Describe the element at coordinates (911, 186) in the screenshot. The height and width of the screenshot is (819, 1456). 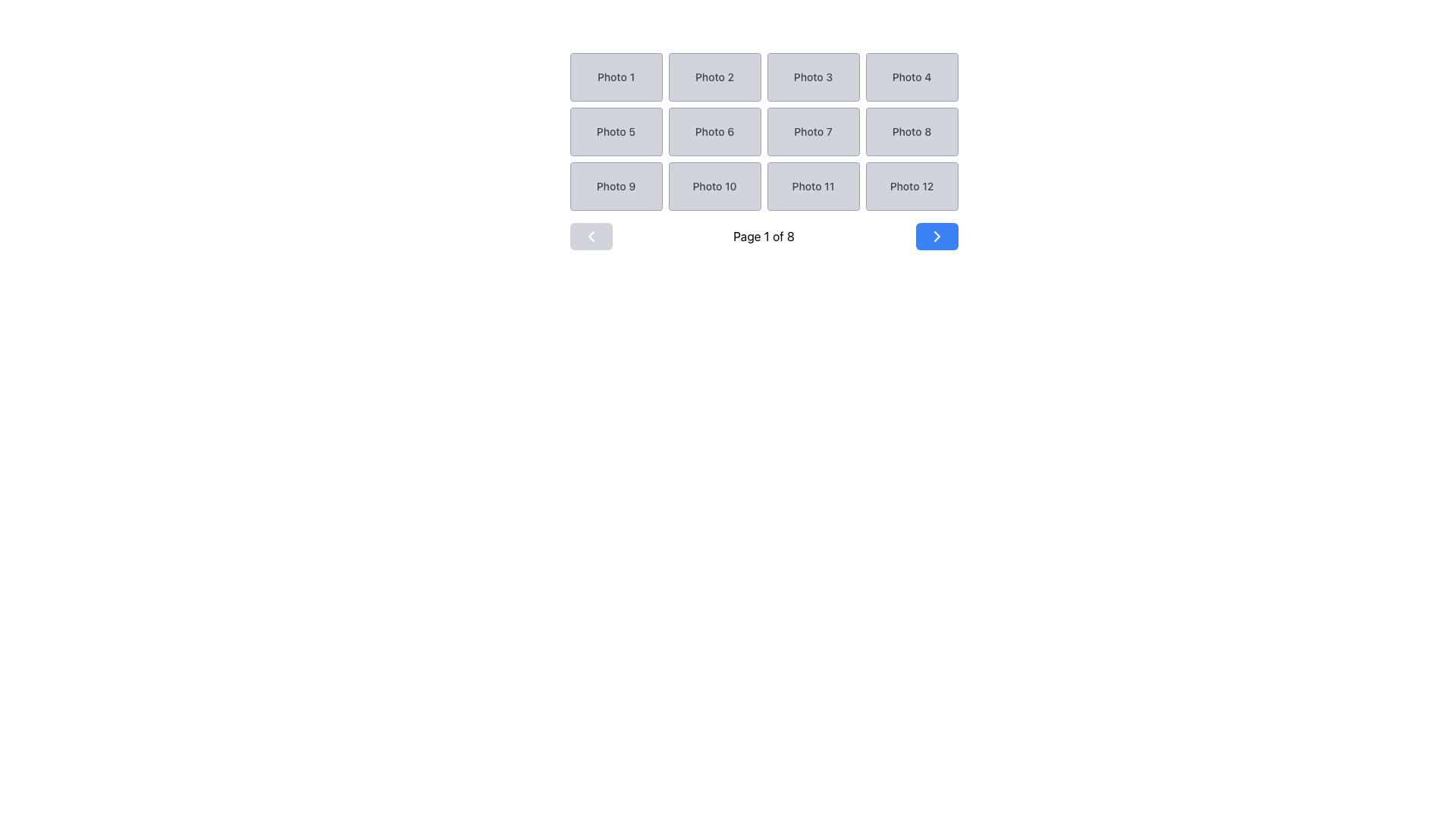
I see `the selectable option button located in the bottom-right corner of the photo grid` at that location.